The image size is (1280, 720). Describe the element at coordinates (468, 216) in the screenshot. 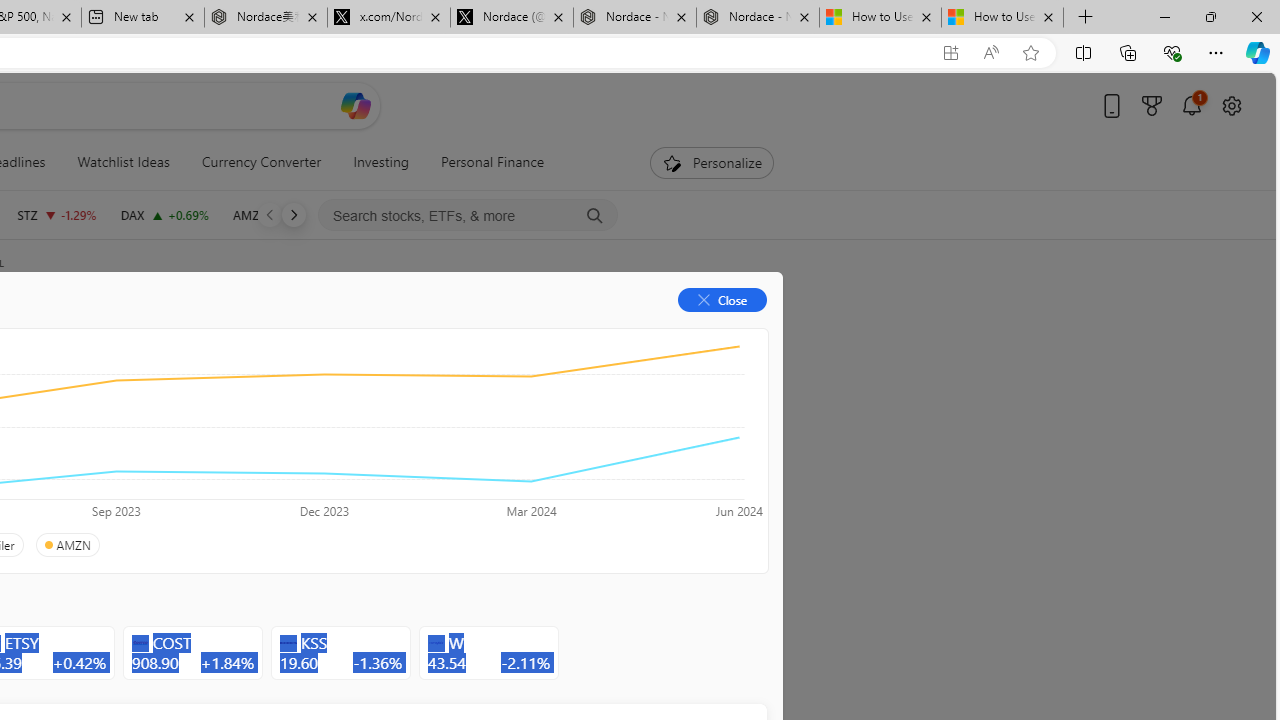

I see `'Search stocks, ETFs, & more'` at that location.